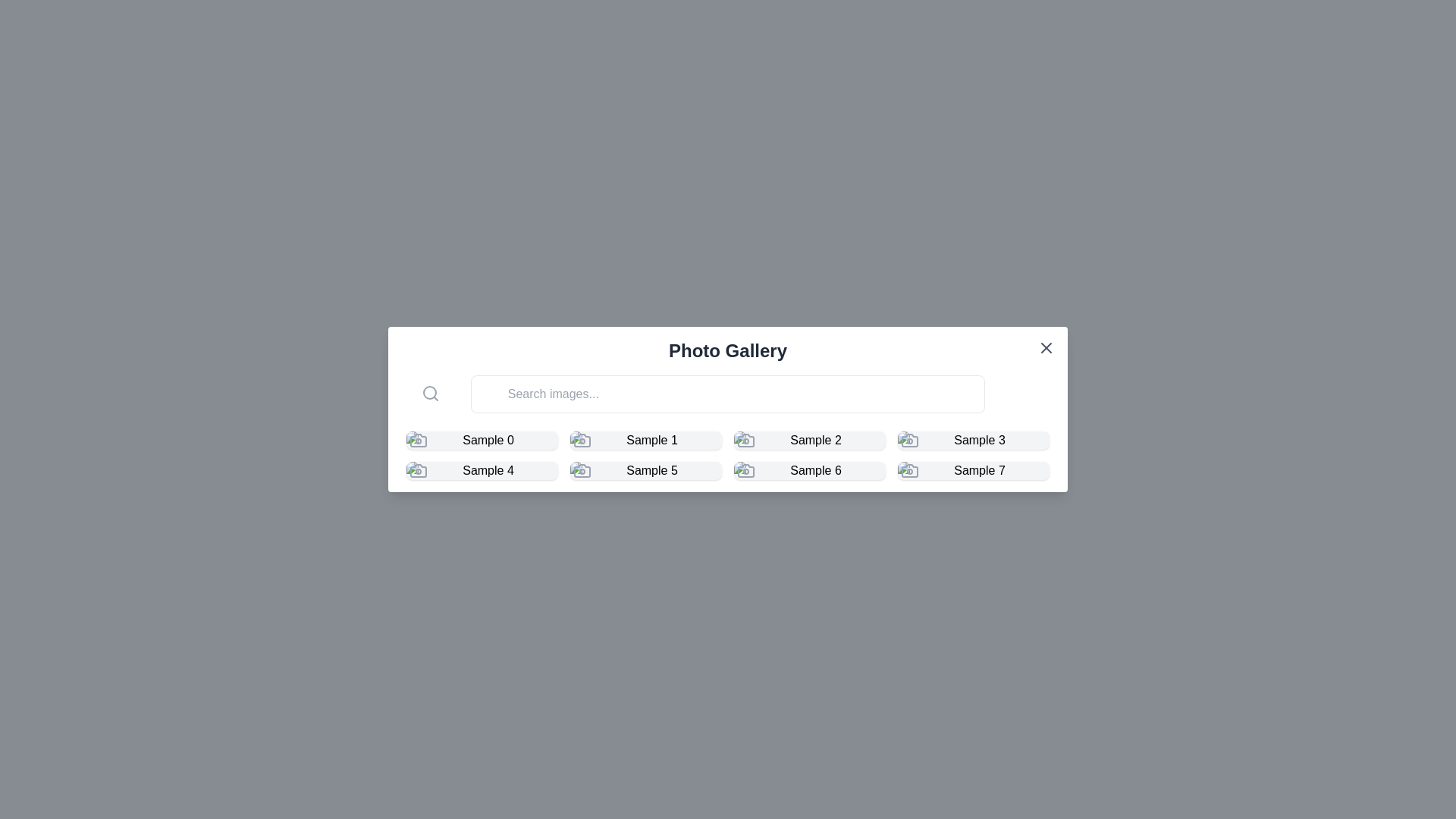  I want to click on the 'X' icon button in the top-right corner of the modal window, so click(1046, 348).